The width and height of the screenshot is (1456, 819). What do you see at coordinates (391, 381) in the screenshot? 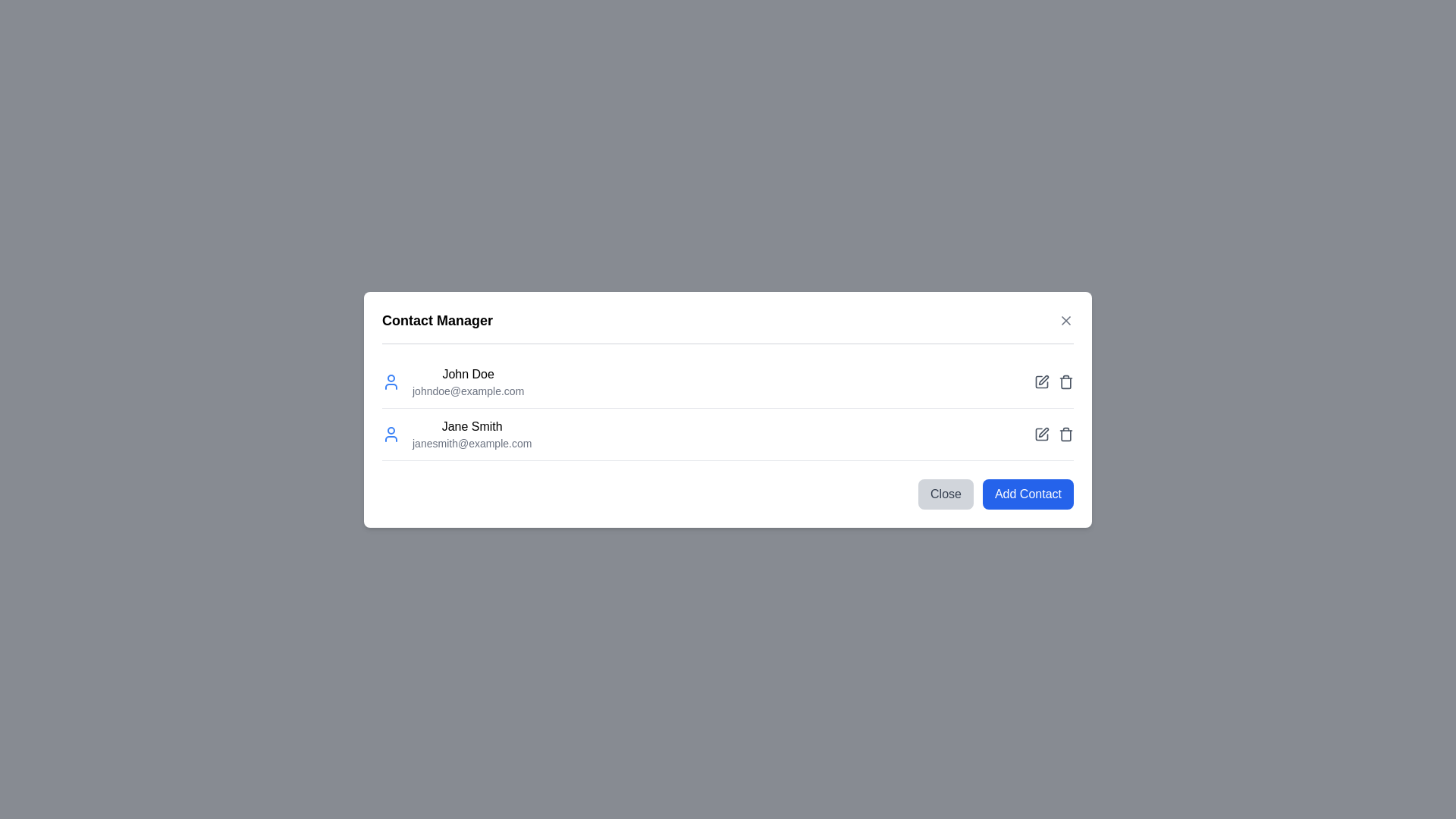
I see `the user icon, which is a blue silhouette located to the left of the text 'John Doe' and 'johndoe@example.com'` at bounding box center [391, 381].